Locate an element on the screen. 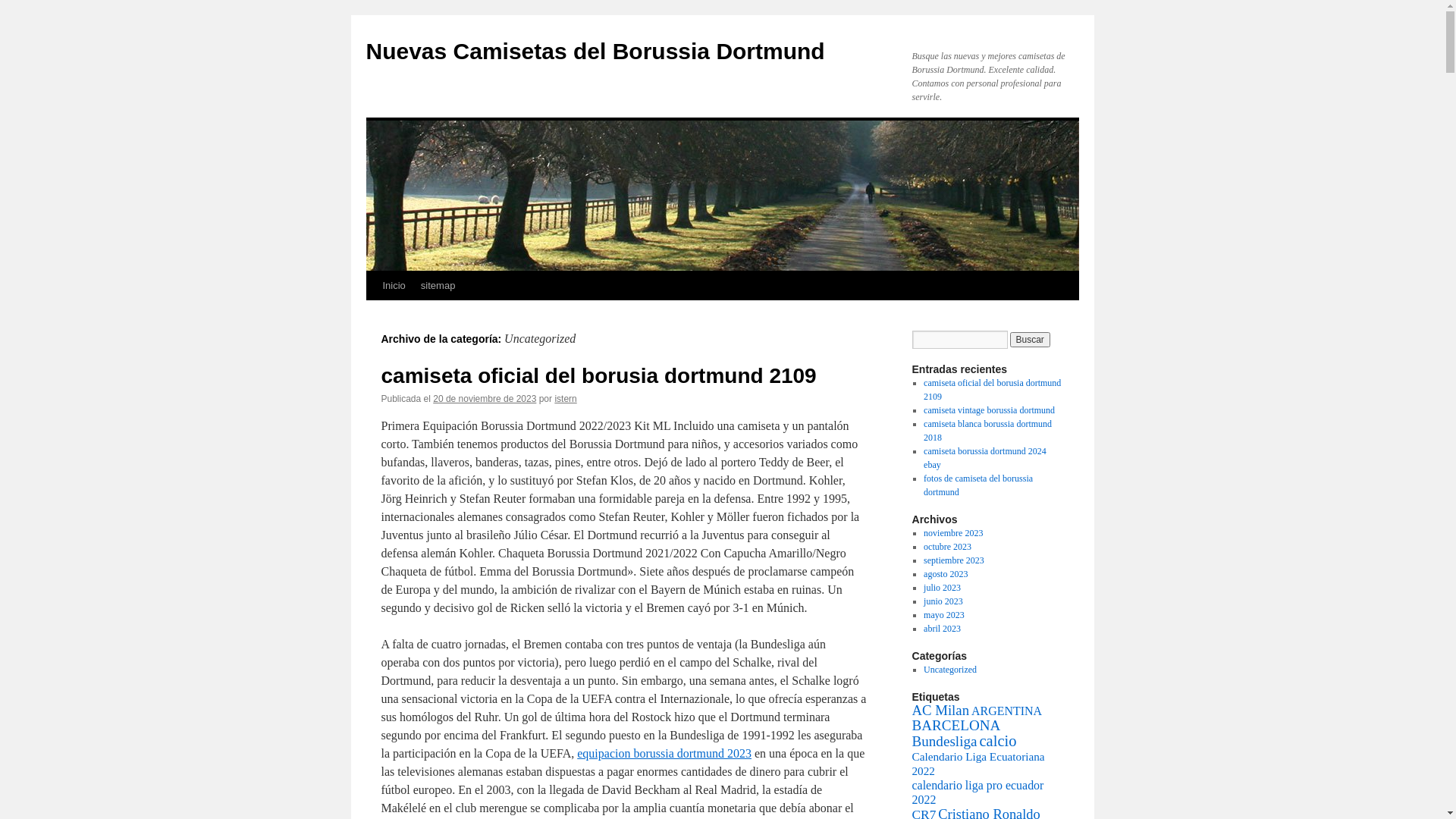 This screenshot has height=819, width=1456. 'istern' is located at coordinates (553, 397).